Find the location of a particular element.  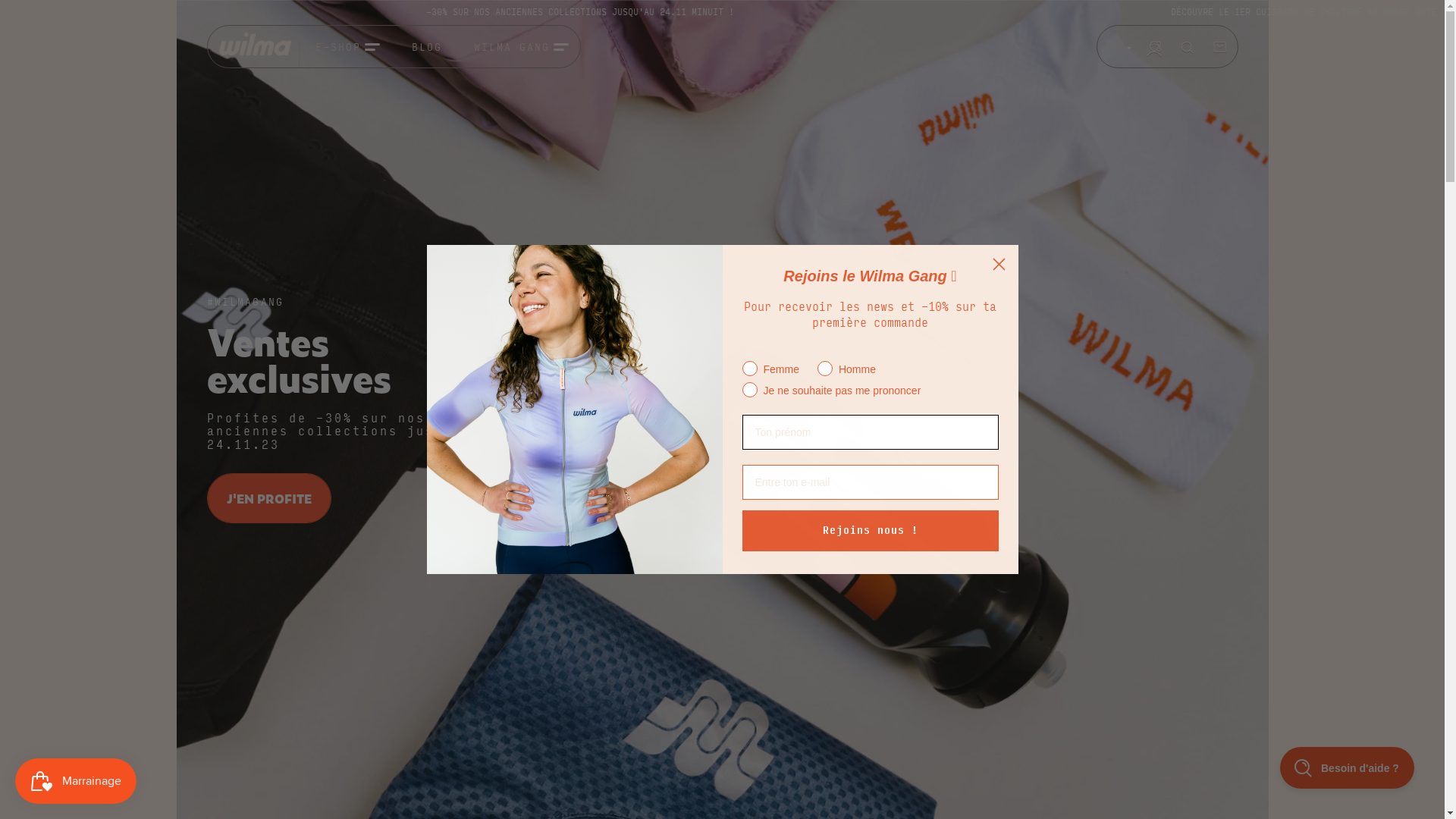

'BLOG is located at coordinates (411, 45).